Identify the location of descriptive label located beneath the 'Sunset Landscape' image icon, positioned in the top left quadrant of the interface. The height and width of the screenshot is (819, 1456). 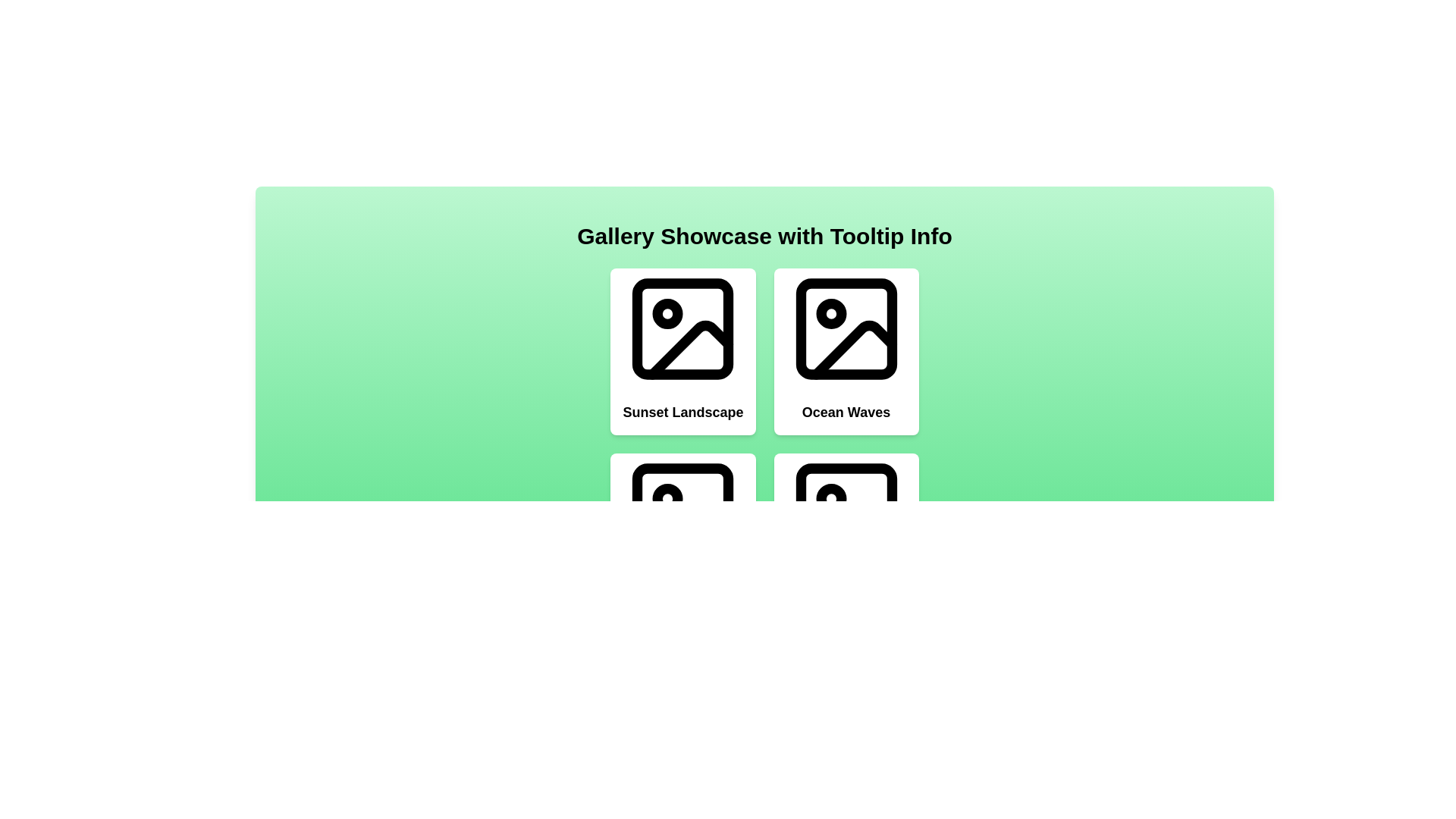
(682, 412).